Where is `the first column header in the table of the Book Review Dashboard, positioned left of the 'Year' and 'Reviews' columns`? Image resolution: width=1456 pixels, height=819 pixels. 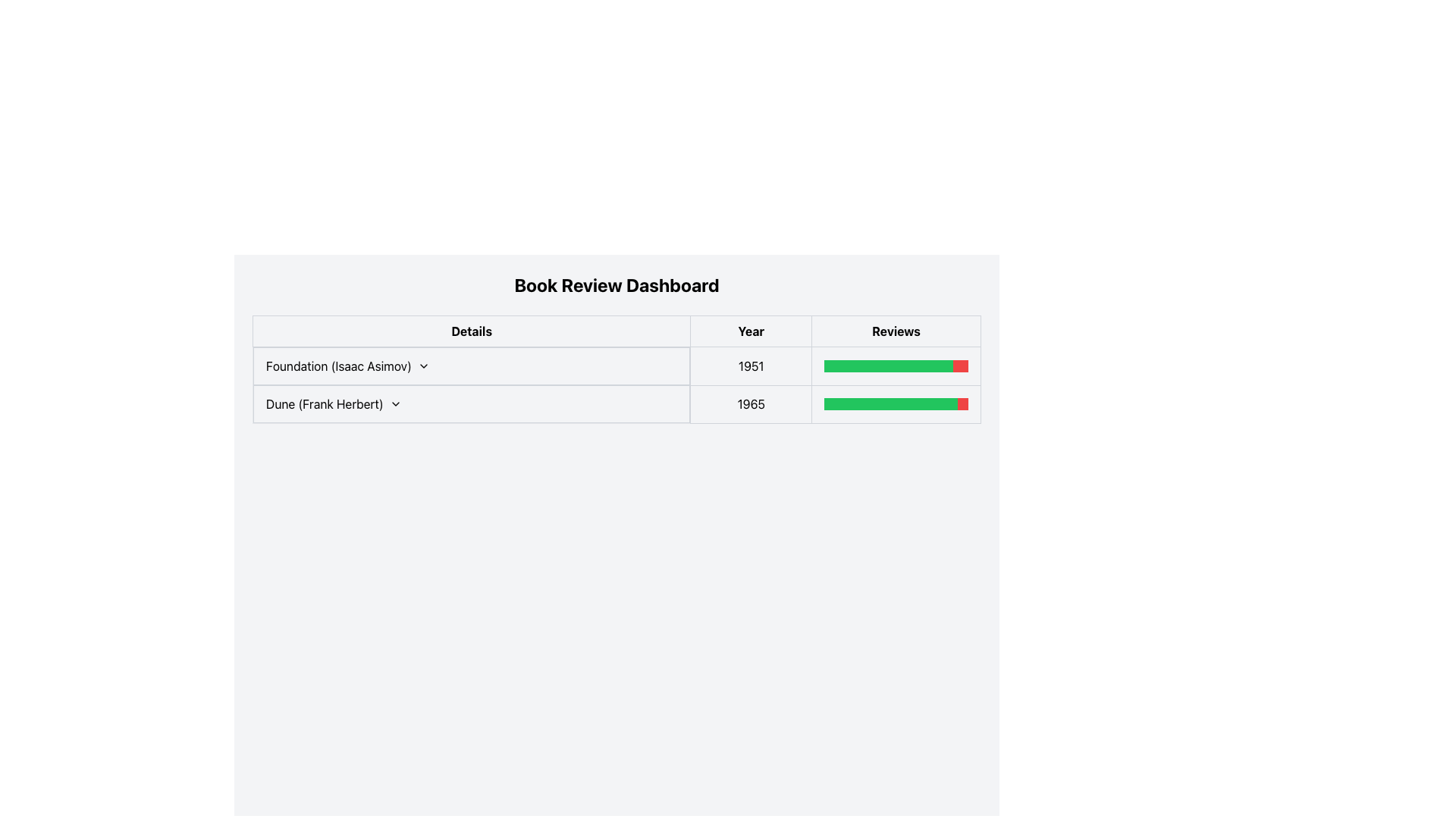
the first column header in the table of the Book Review Dashboard, positioned left of the 'Year' and 'Reviews' columns is located at coordinates (471, 330).